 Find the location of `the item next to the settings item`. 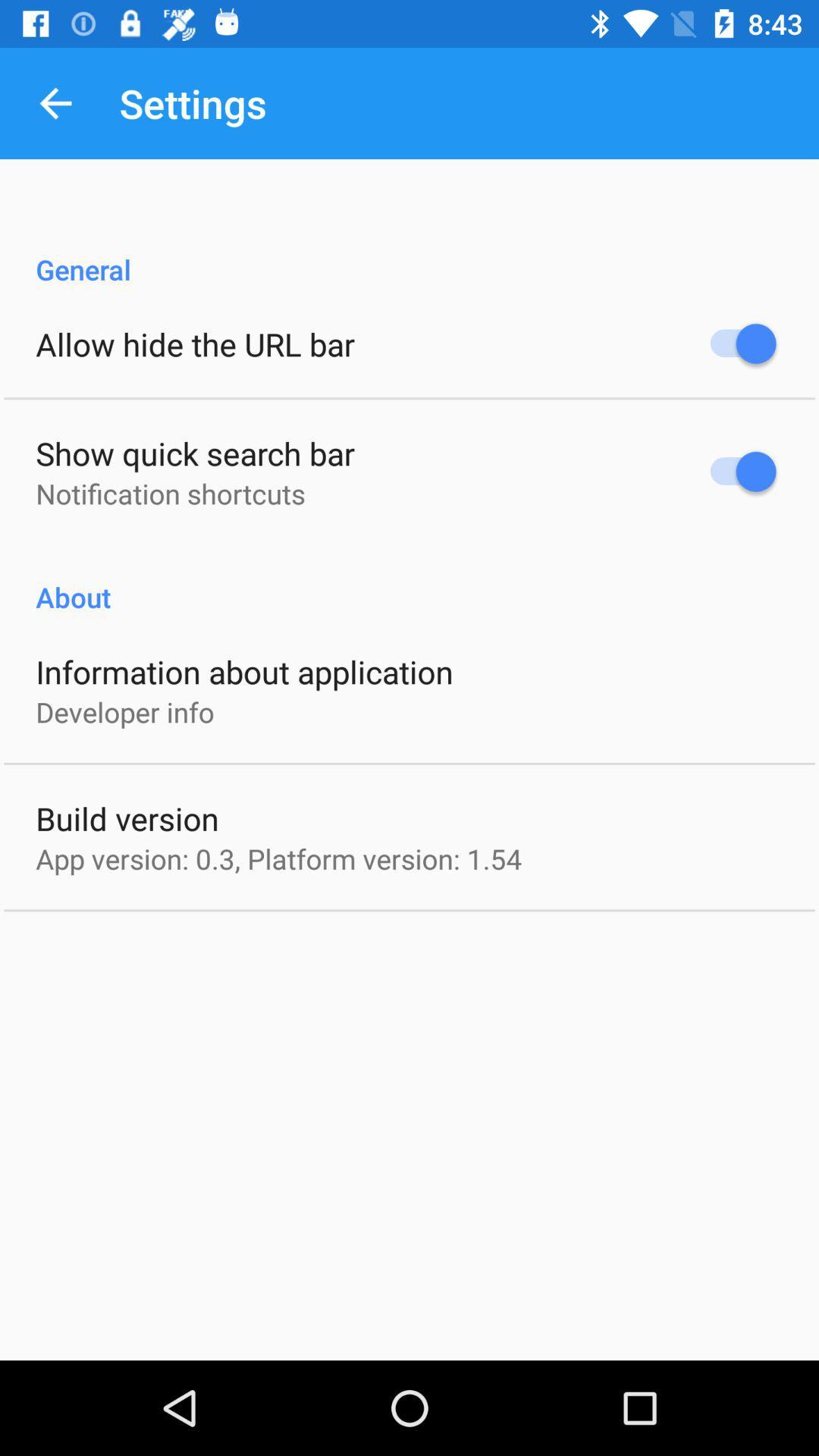

the item next to the settings item is located at coordinates (55, 102).